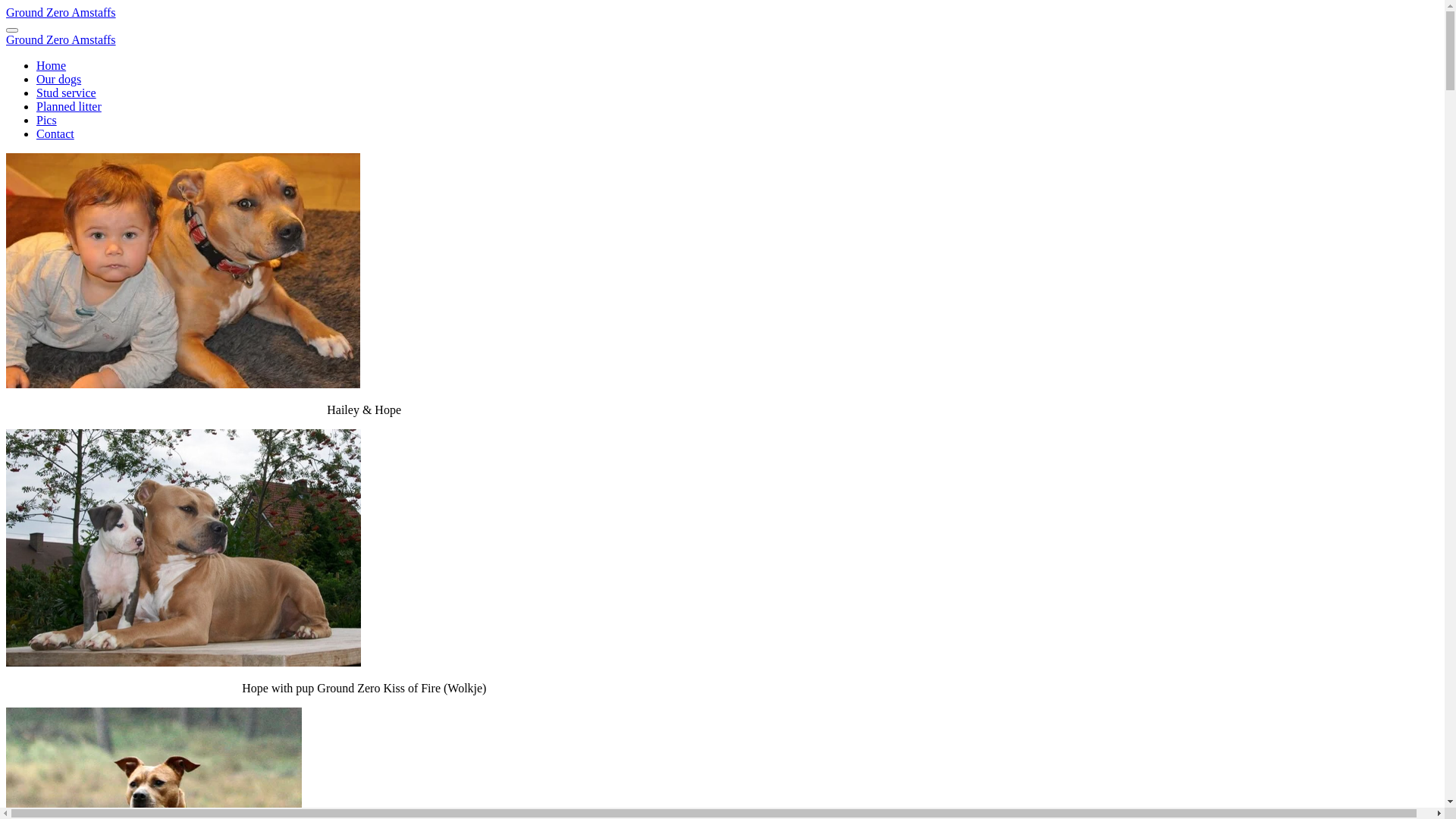 The image size is (1456, 819). I want to click on 'Ground Zero Amstaffs', so click(61, 12).